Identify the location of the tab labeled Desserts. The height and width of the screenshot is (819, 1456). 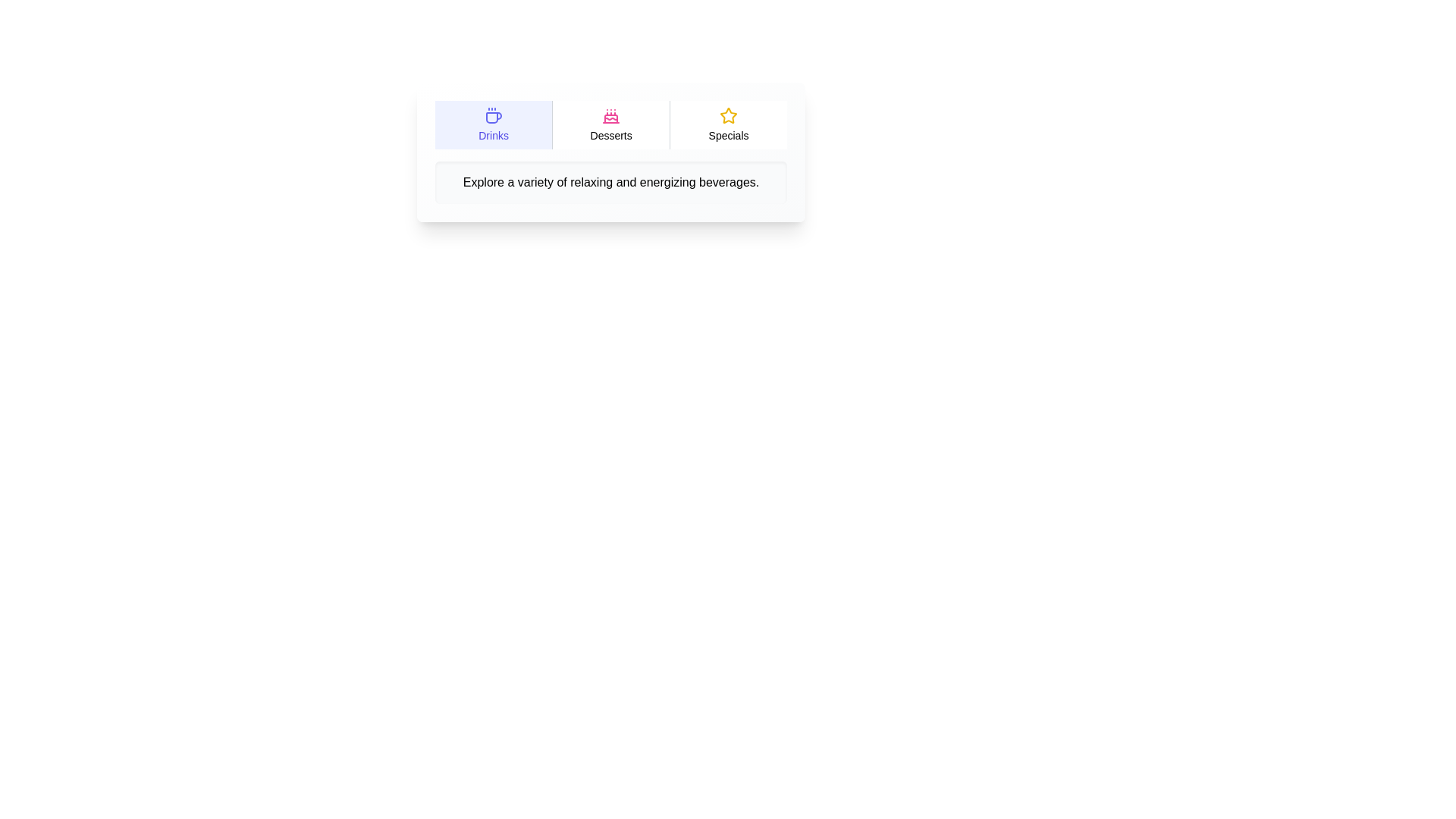
(611, 124).